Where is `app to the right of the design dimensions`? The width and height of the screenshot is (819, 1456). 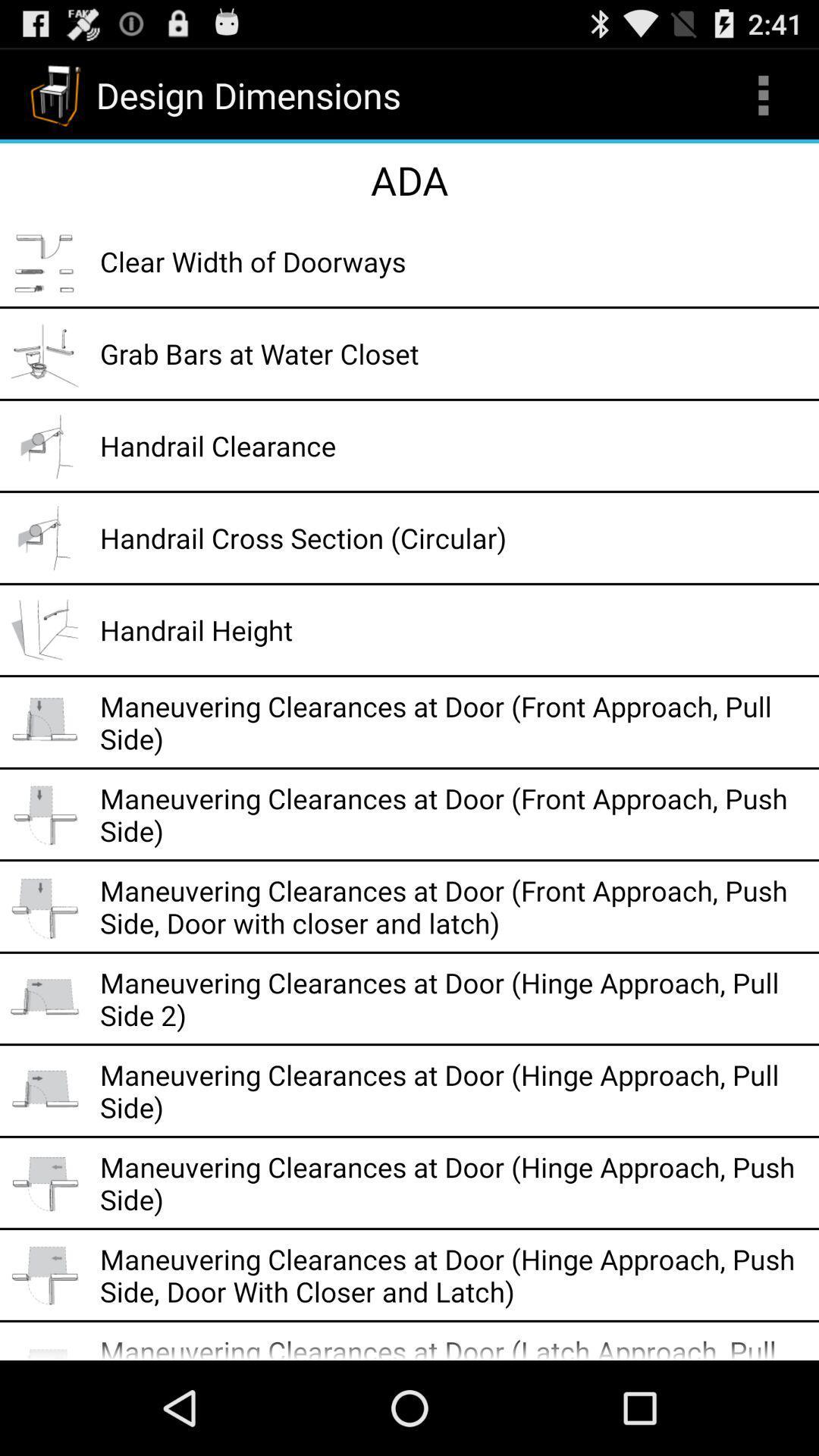 app to the right of the design dimensions is located at coordinates (763, 94).